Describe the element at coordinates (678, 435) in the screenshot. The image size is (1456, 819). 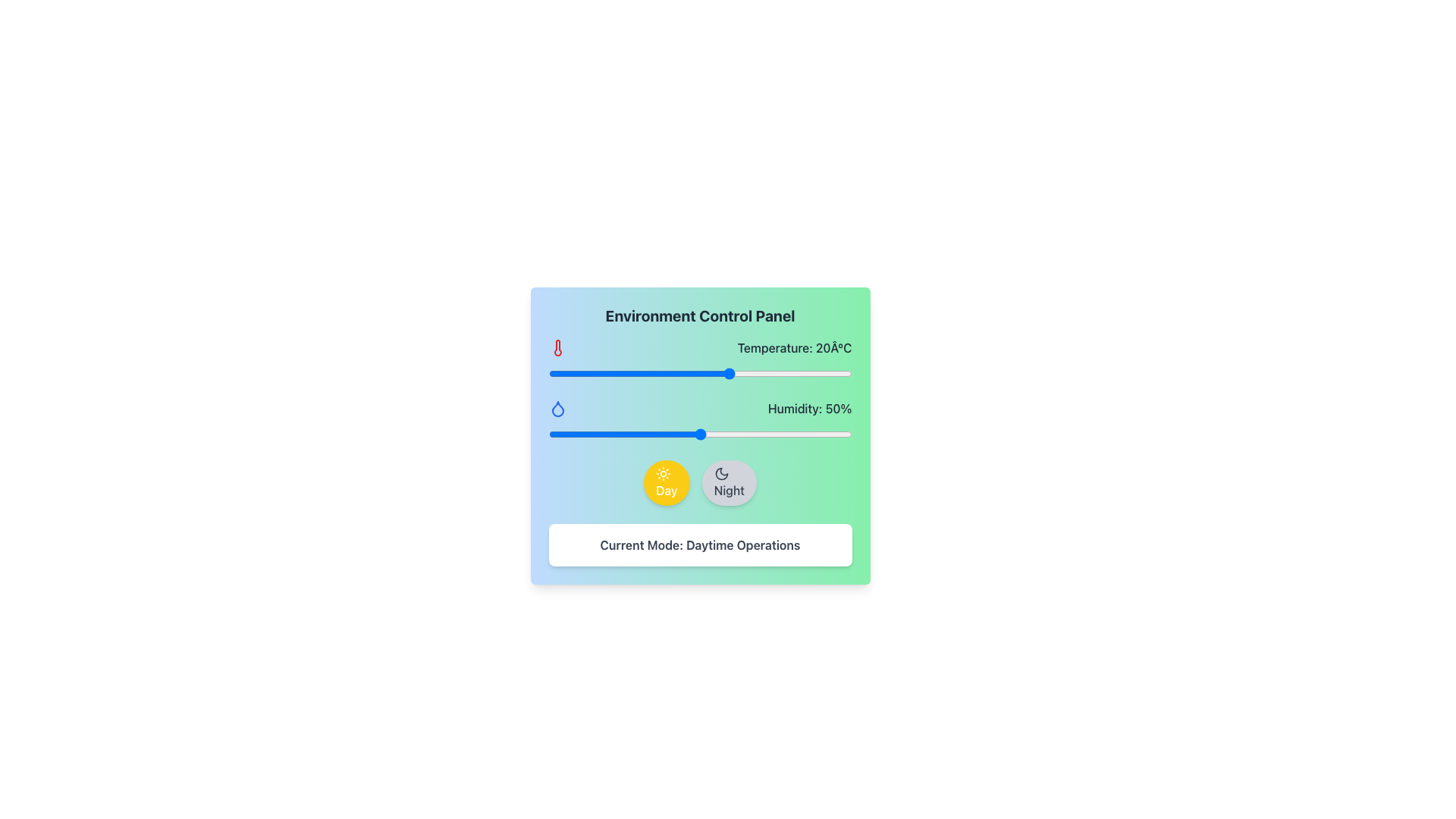
I see `the humidity level` at that location.